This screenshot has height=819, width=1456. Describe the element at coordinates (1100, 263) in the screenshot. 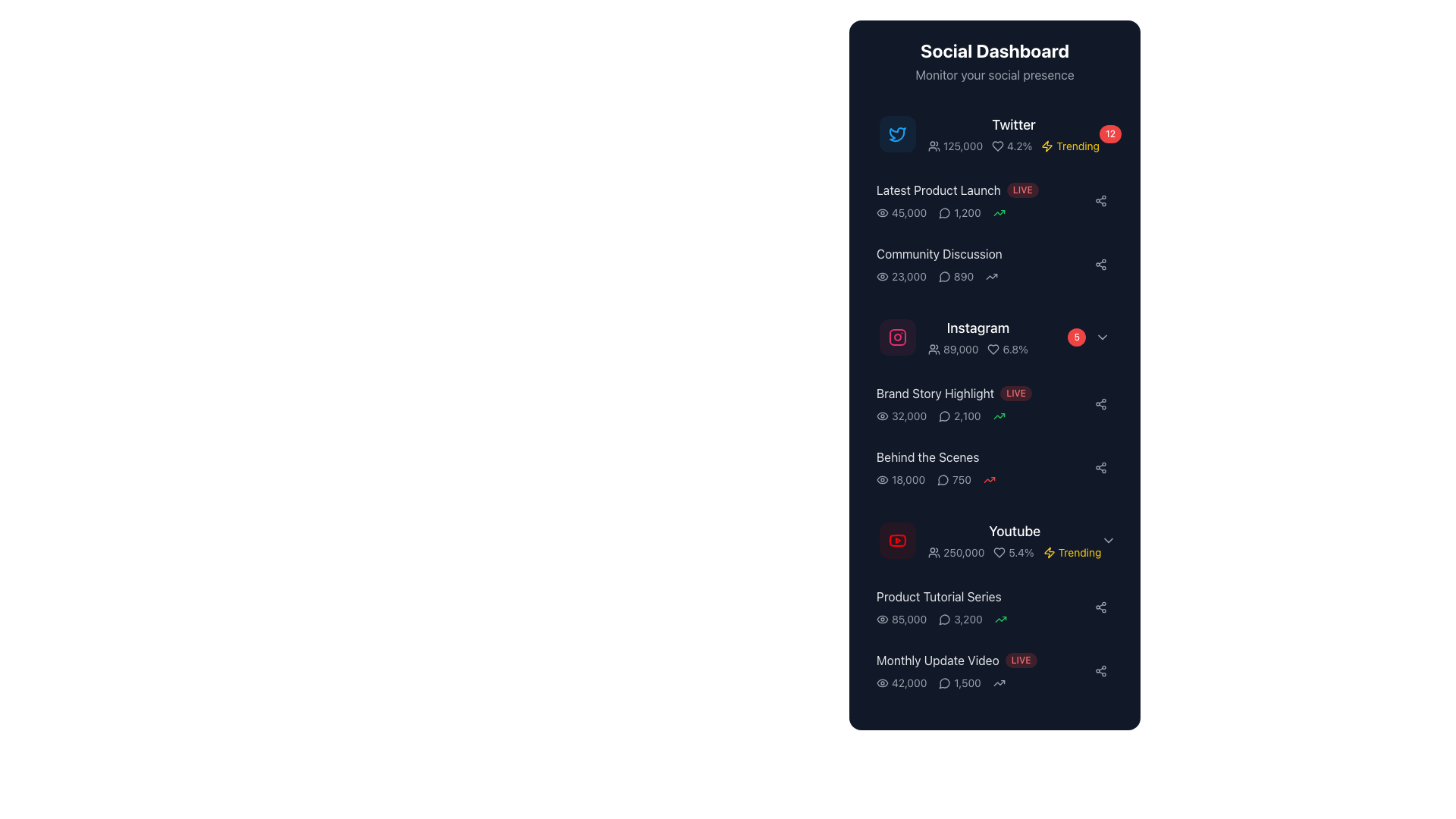

I see `the sharing button located to the far right of the 'Community Discussion' section in the social dashboard panel to observe a background color change` at that location.